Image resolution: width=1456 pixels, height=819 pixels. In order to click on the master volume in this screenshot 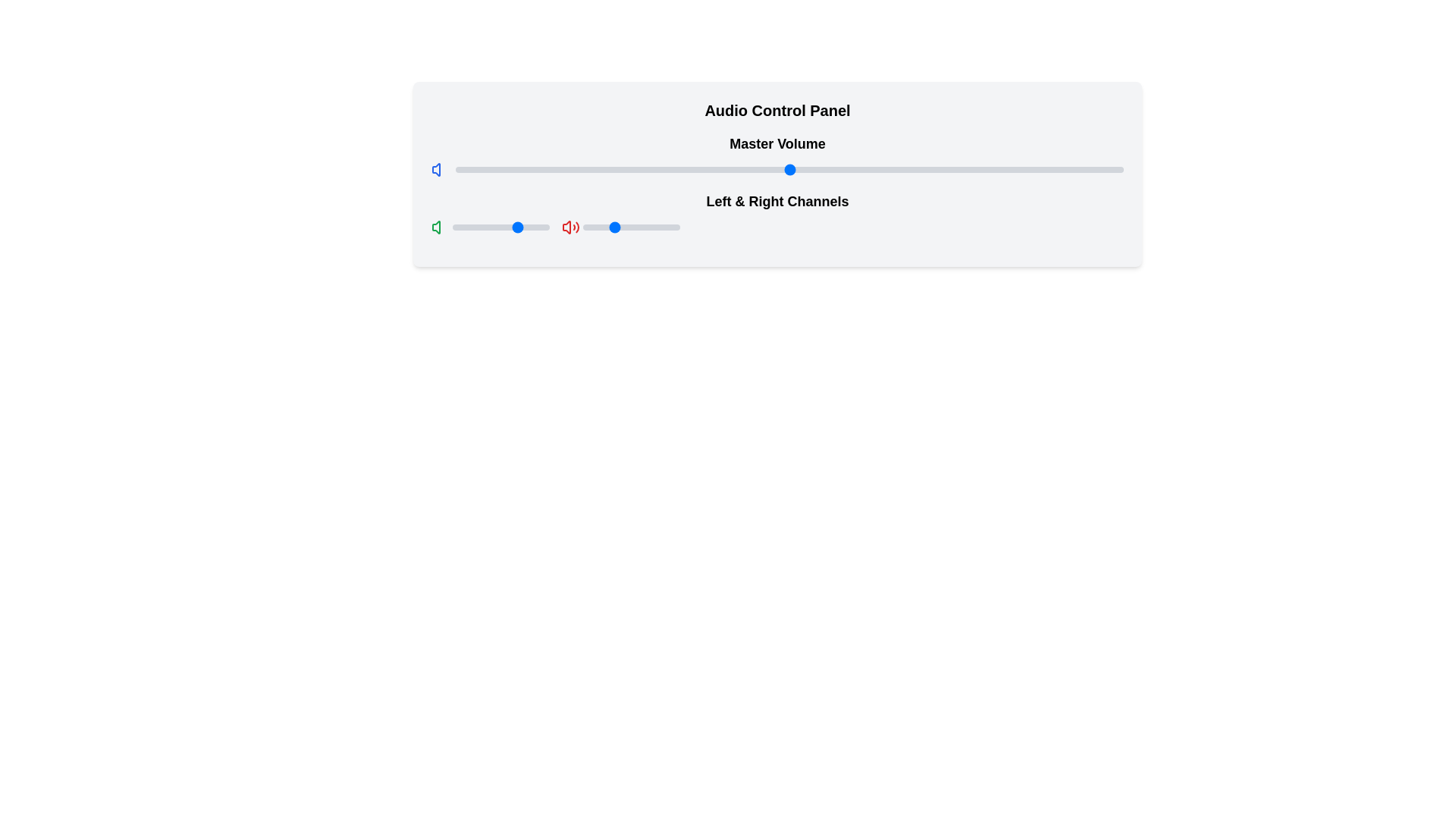, I will do `click(742, 169)`.